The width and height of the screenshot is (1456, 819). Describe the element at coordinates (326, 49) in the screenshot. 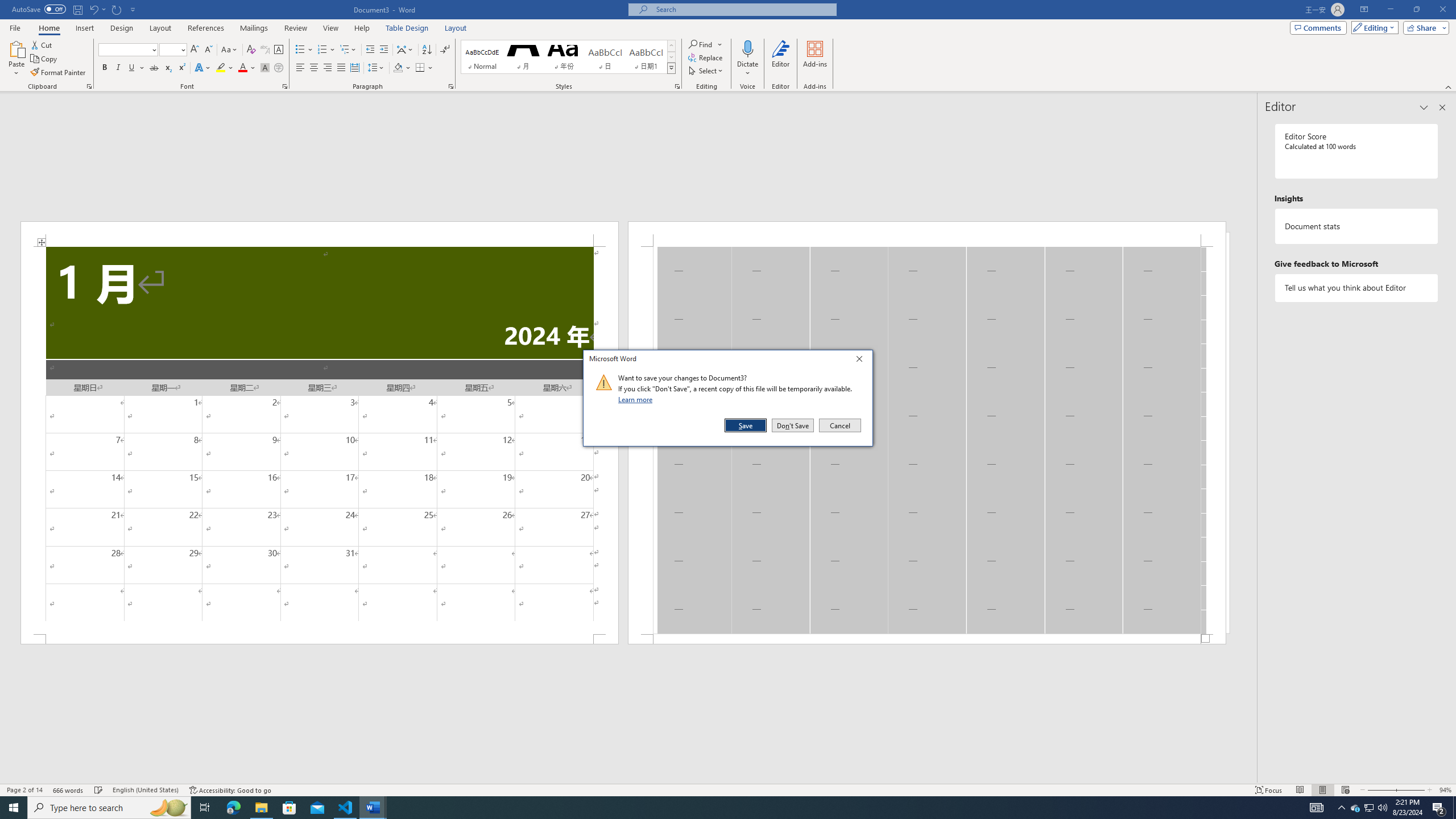

I see `'Numbering'` at that location.